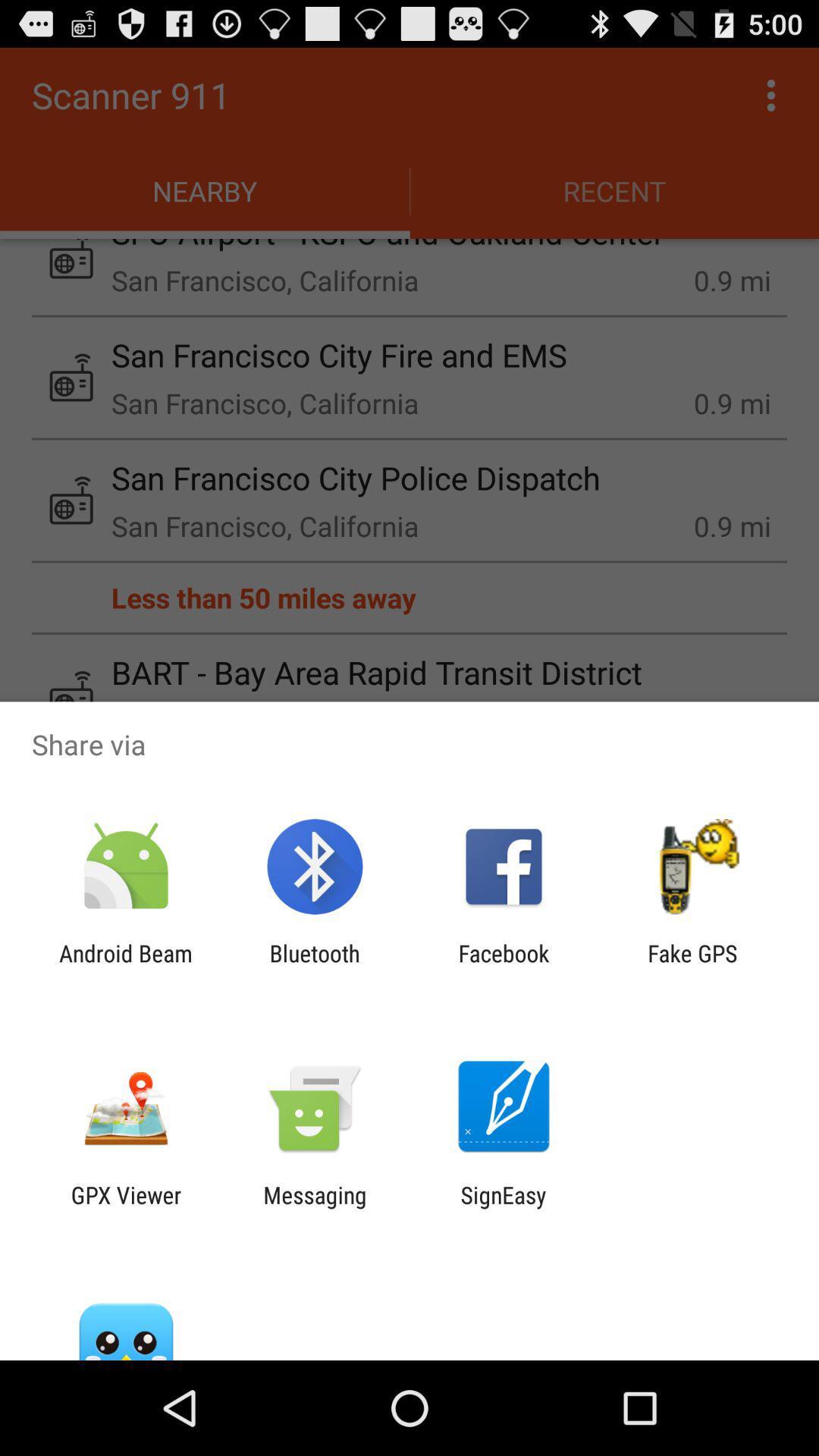  What do you see at coordinates (504, 966) in the screenshot?
I see `item next to fake gps item` at bounding box center [504, 966].